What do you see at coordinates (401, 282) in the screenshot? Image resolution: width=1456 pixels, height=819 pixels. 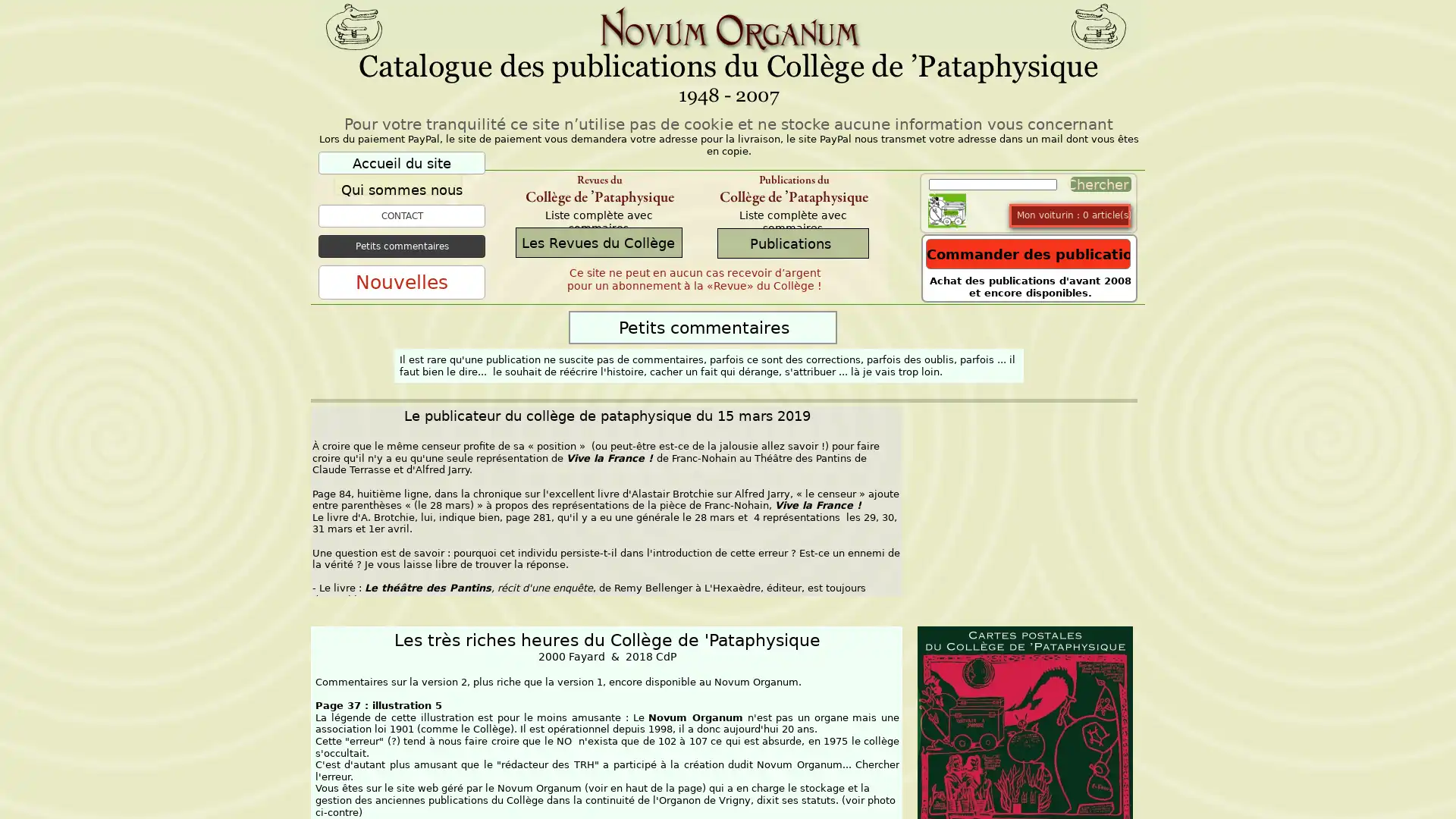 I see `Nouvelles` at bounding box center [401, 282].